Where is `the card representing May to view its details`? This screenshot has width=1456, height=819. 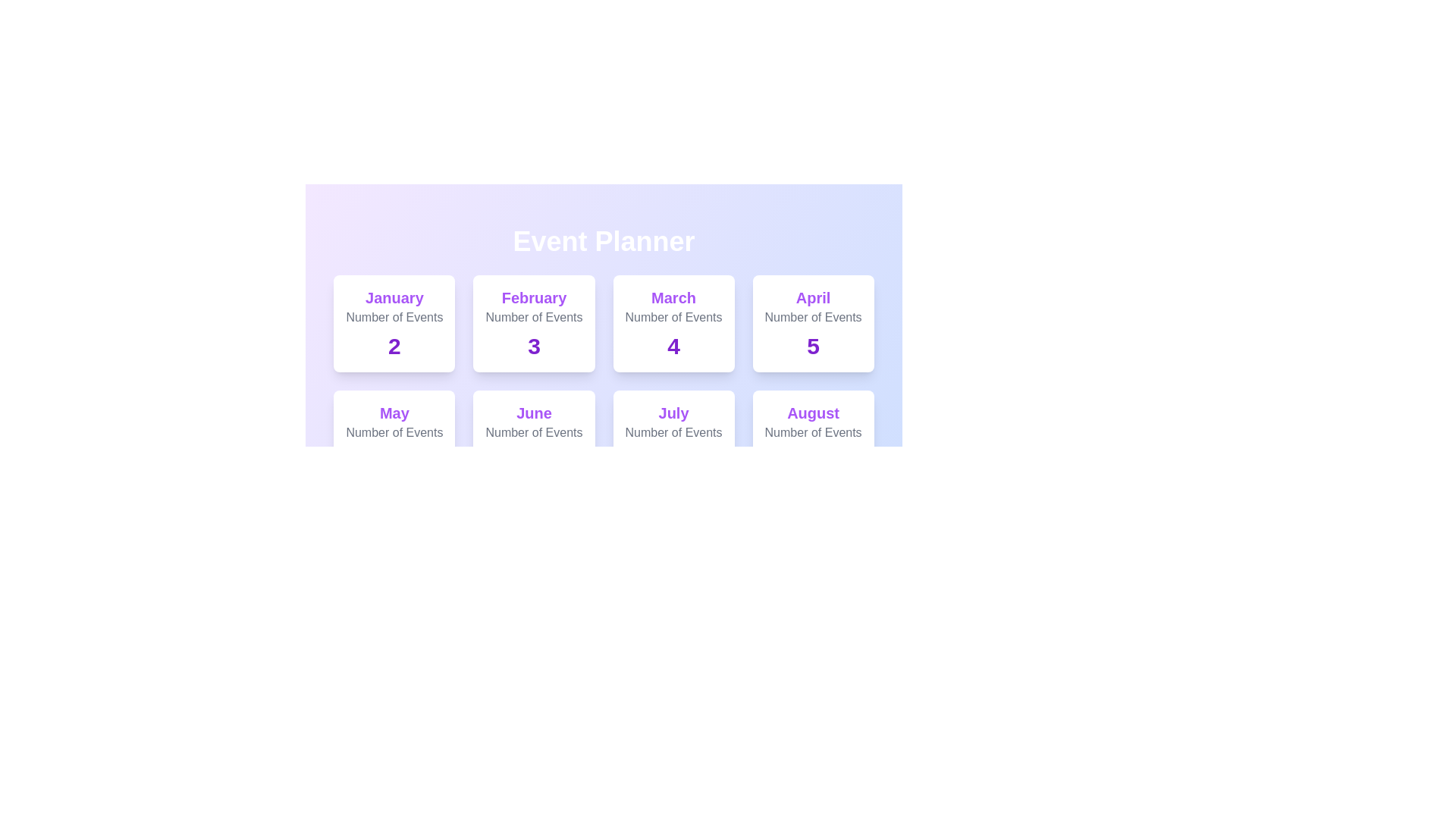 the card representing May to view its details is located at coordinates (394, 438).